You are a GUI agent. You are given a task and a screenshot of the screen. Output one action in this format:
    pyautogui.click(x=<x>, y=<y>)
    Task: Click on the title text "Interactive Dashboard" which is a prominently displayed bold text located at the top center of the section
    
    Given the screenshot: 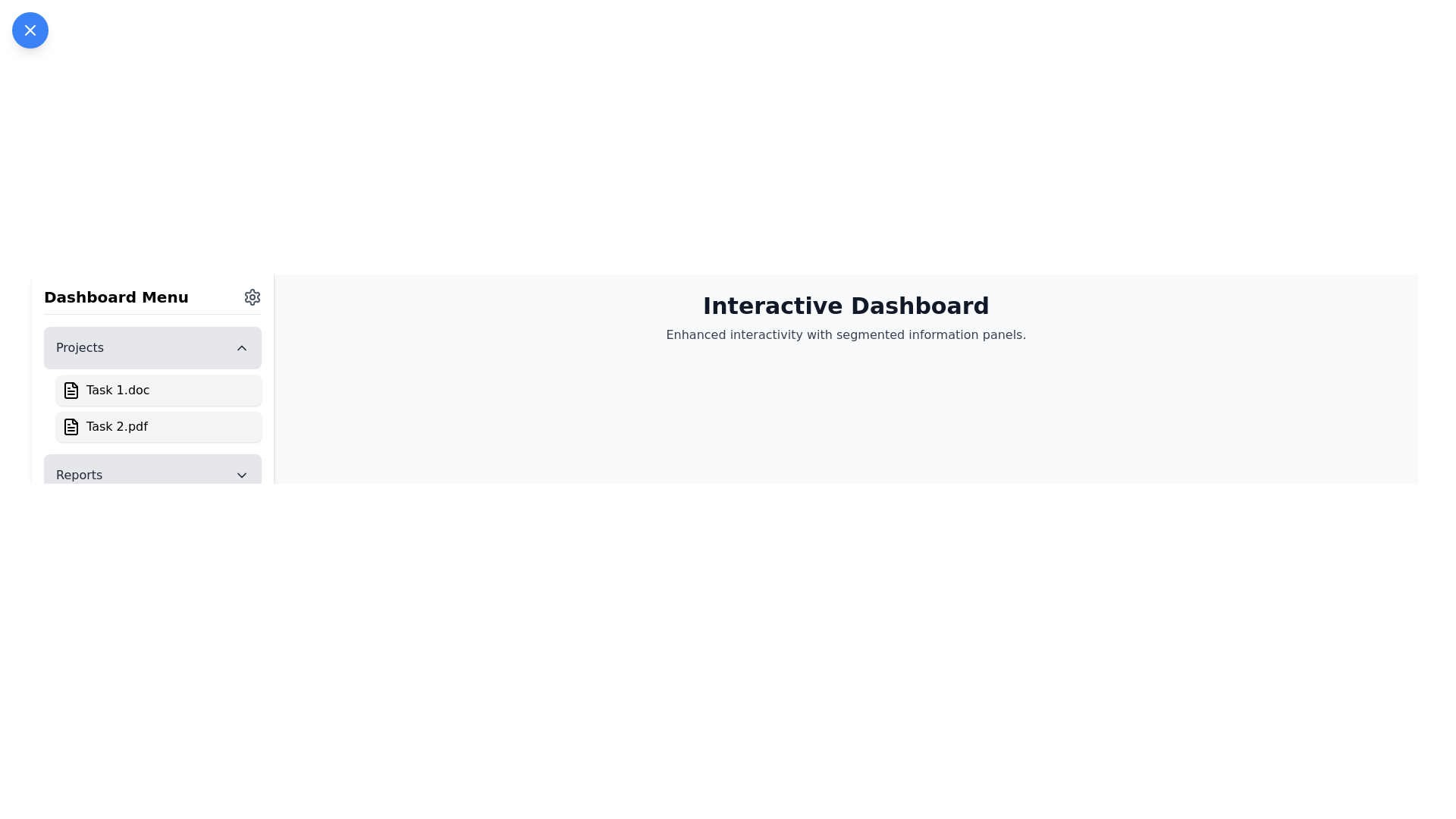 What is the action you would take?
    pyautogui.click(x=846, y=306)
    